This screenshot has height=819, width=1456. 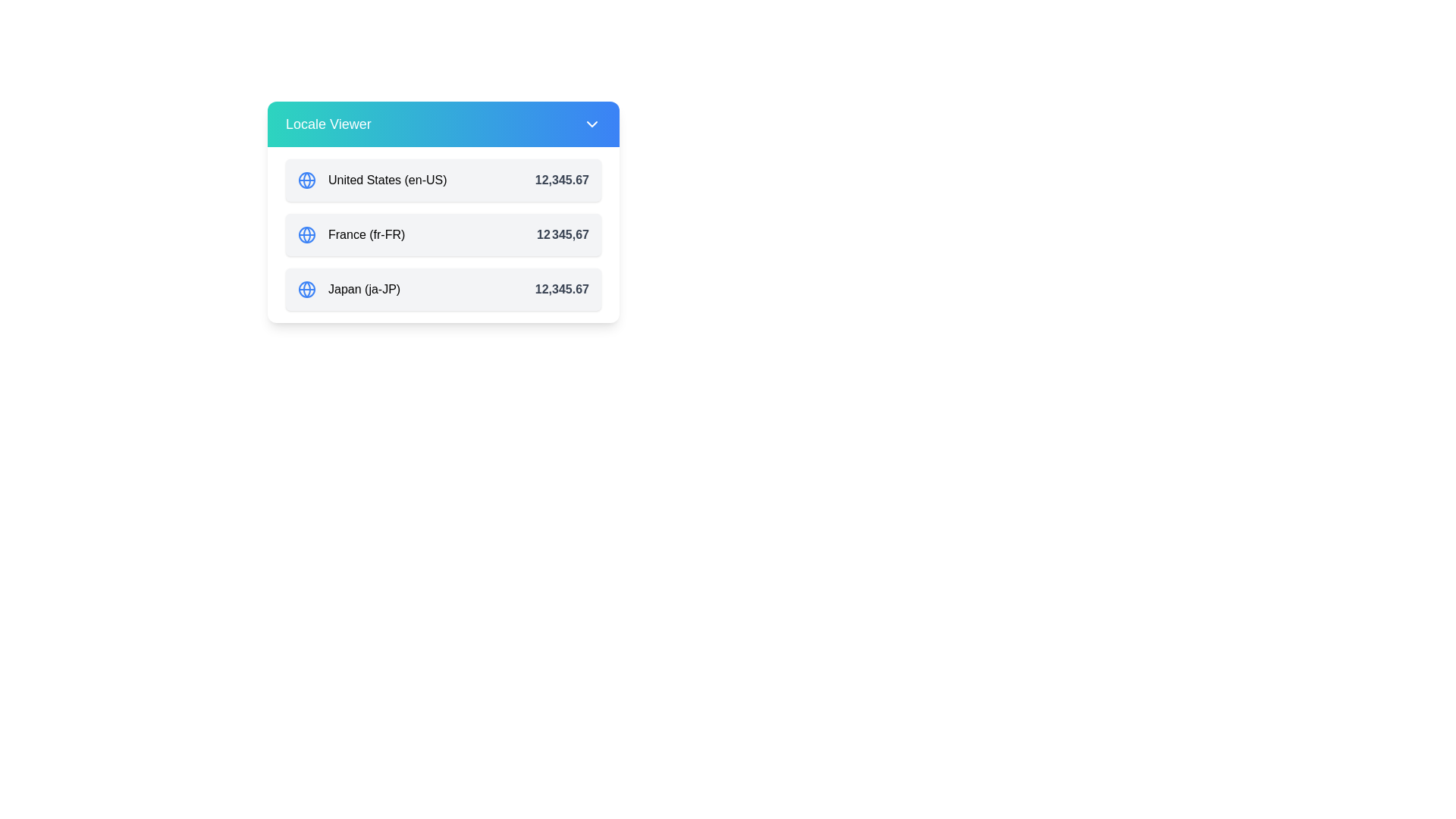 I want to click on the displayed localized numeric value in the Text Label aligned to the right of 'France (fr-FR)' within the list group, positioned below 'United States (en-US)' and above 'Japan (ja-JP), so click(x=562, y=234).